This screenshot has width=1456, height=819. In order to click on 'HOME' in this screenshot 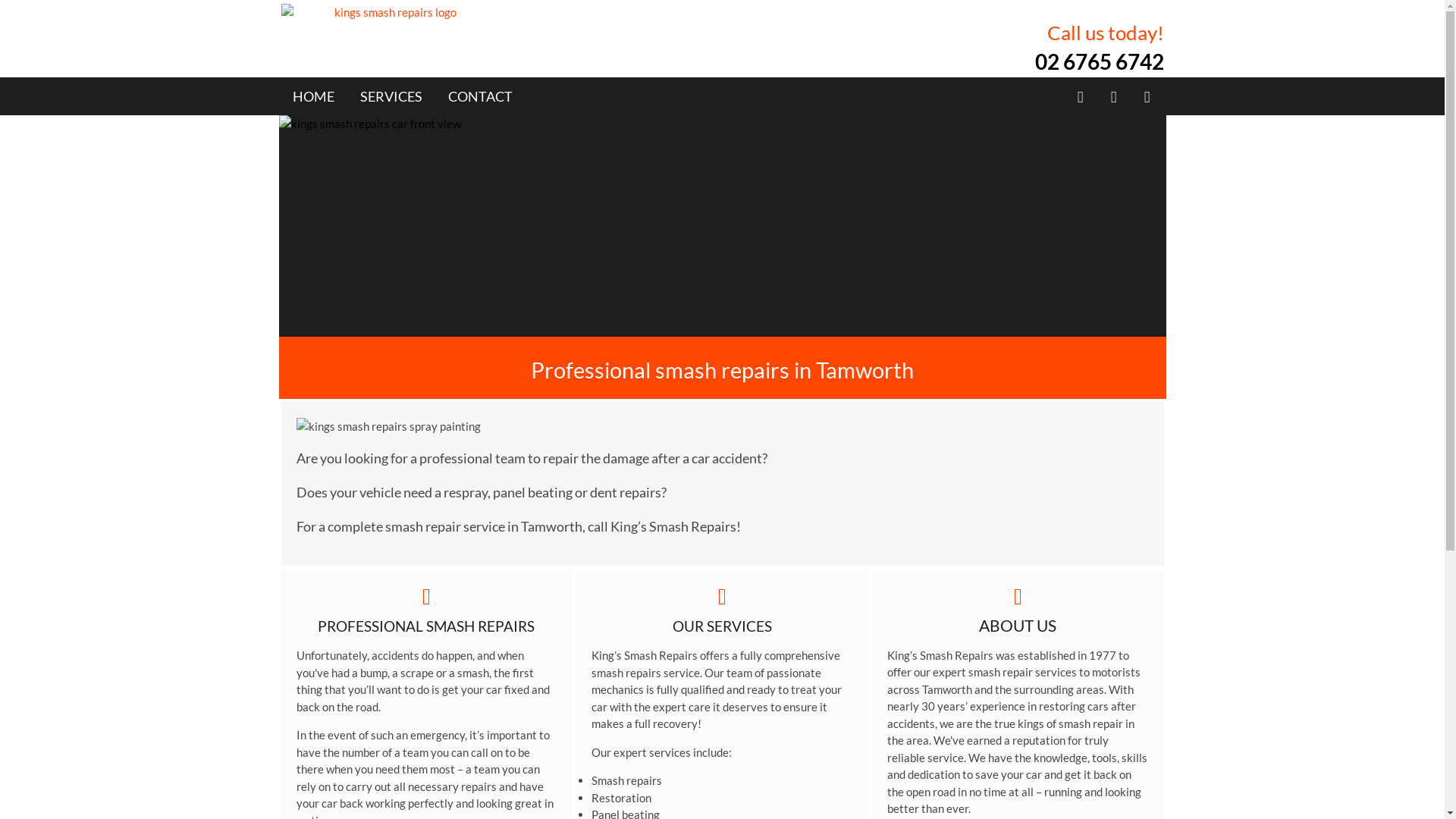, I will do `click(292, 96)`.